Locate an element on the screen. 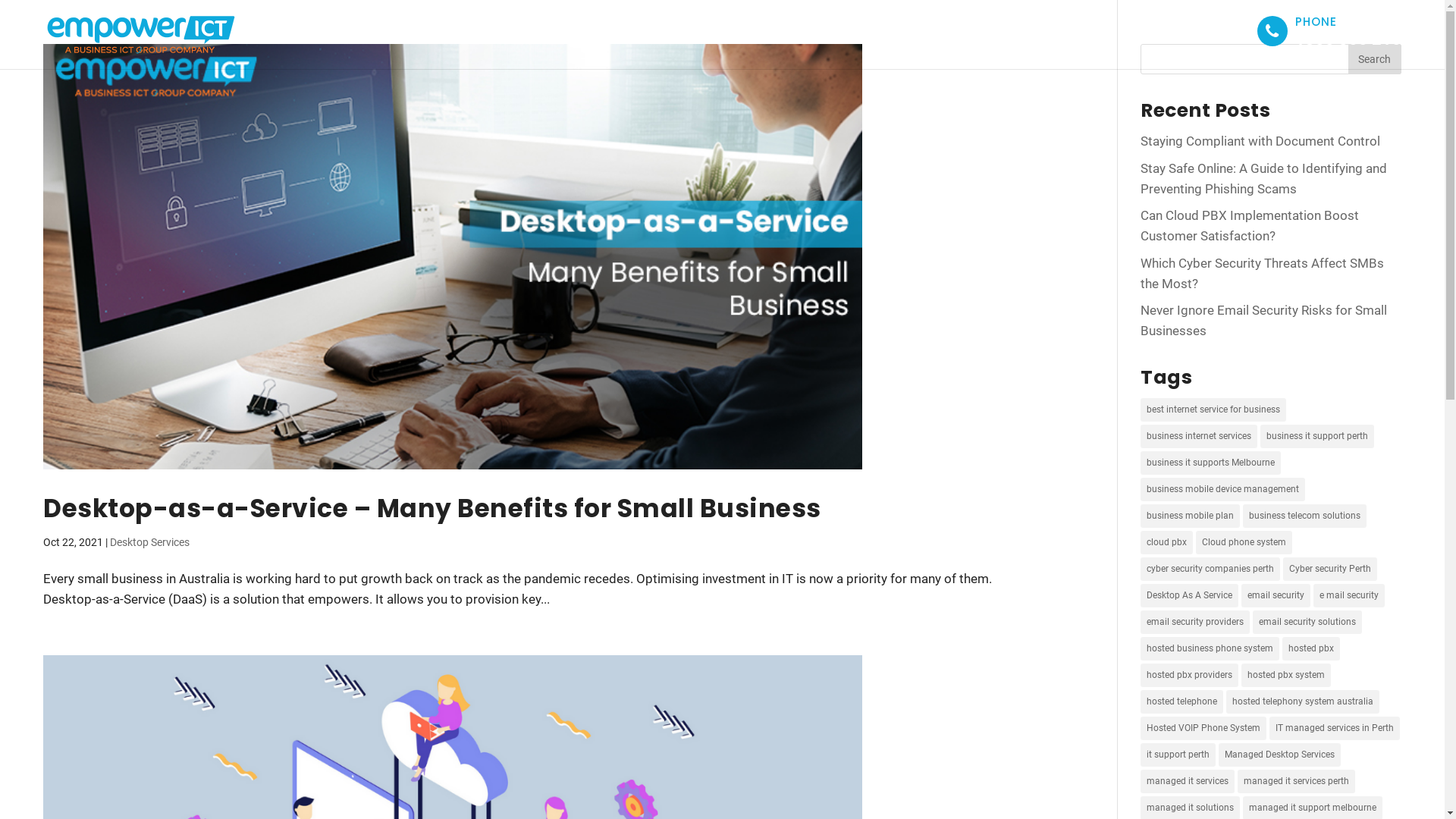 The width and height of the screenshot is (1456, 819). 'Search' is located at coordinates (1348, 58).